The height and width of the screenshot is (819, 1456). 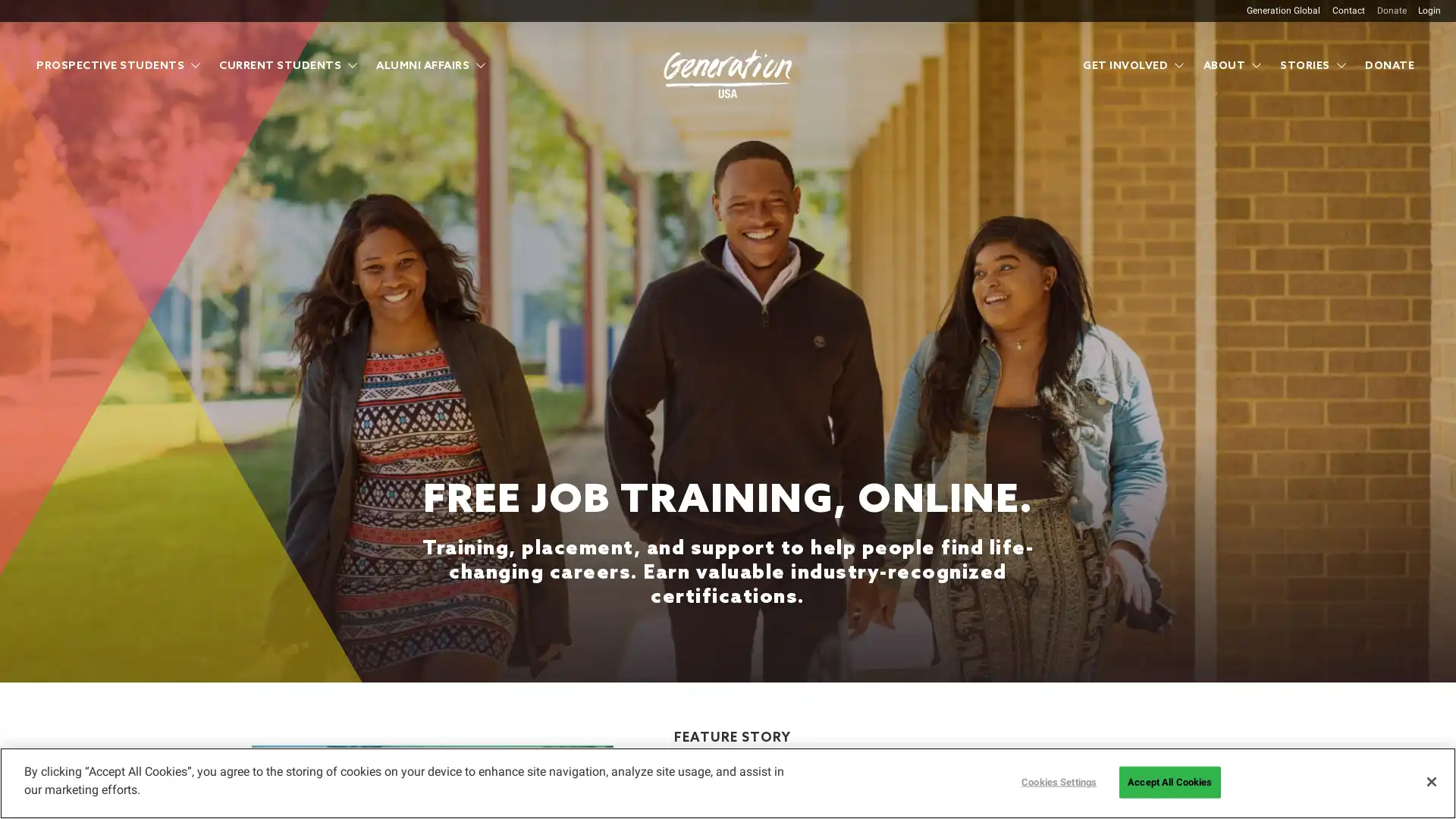 I want to click on Show submenu for Prospective Students, so click(x=194, y=64).